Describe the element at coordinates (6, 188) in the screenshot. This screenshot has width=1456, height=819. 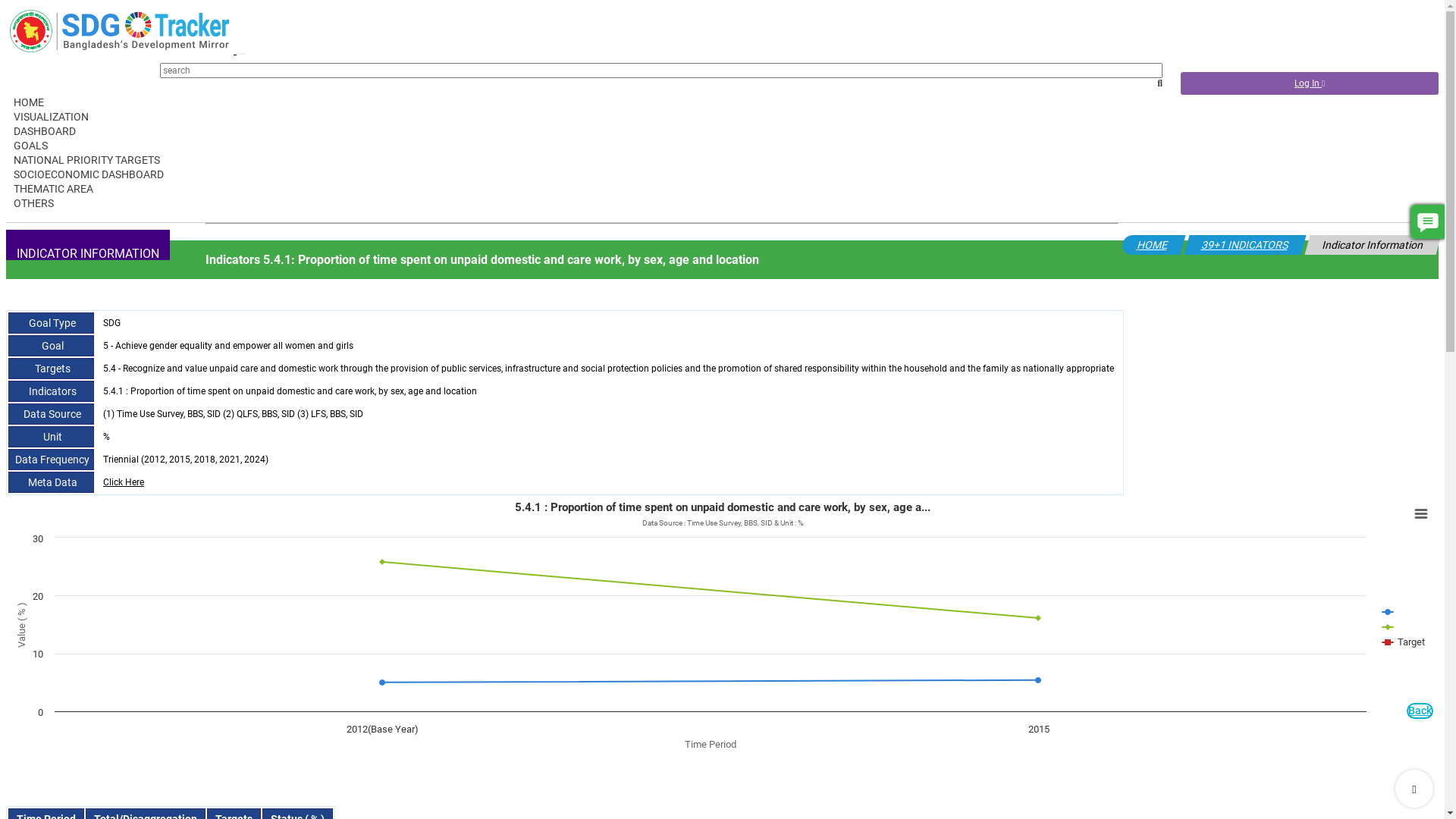
I see `'THEMATIC AREA'` at that location.